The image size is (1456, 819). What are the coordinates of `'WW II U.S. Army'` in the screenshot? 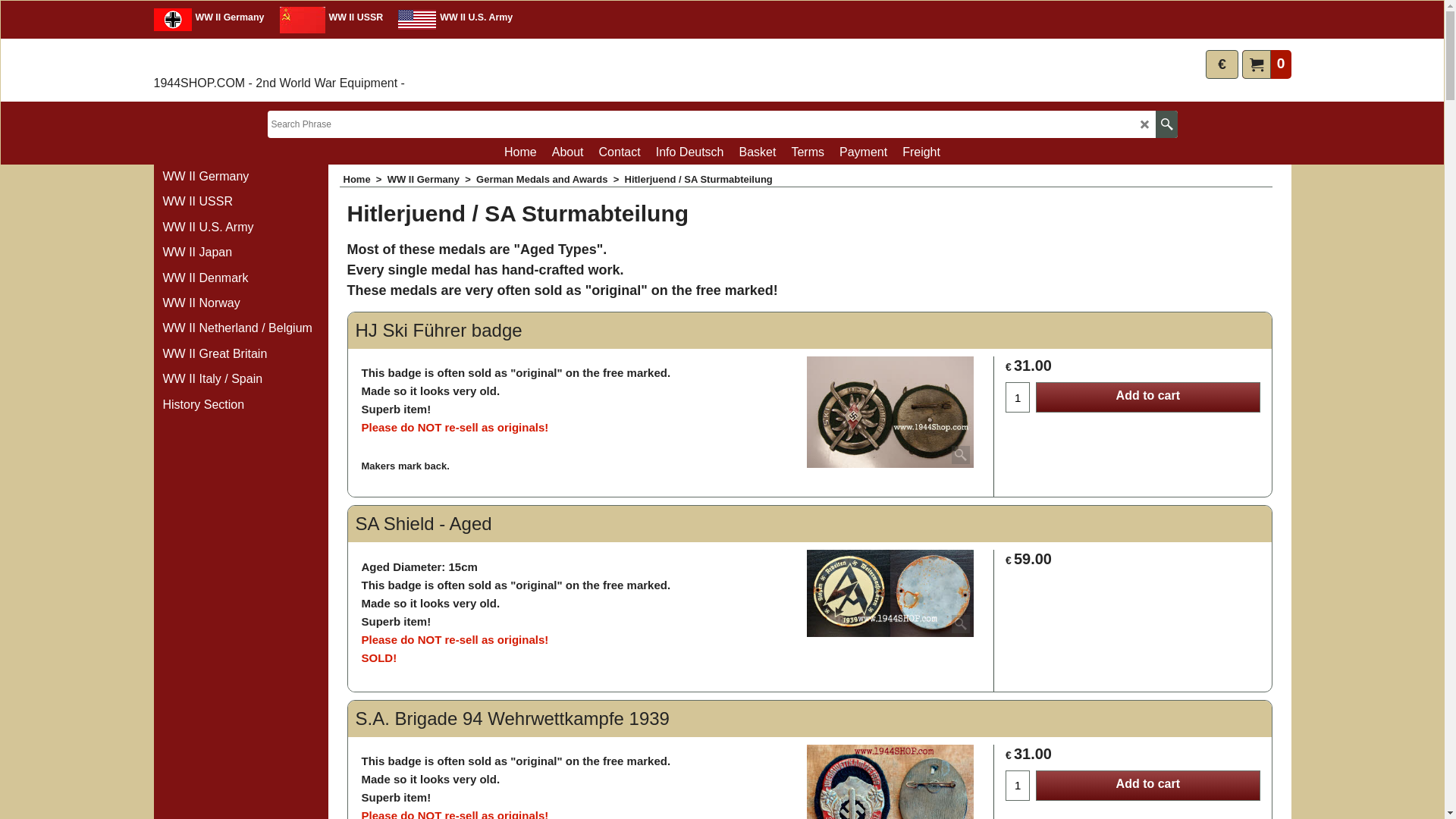 It's located at (450, 20).